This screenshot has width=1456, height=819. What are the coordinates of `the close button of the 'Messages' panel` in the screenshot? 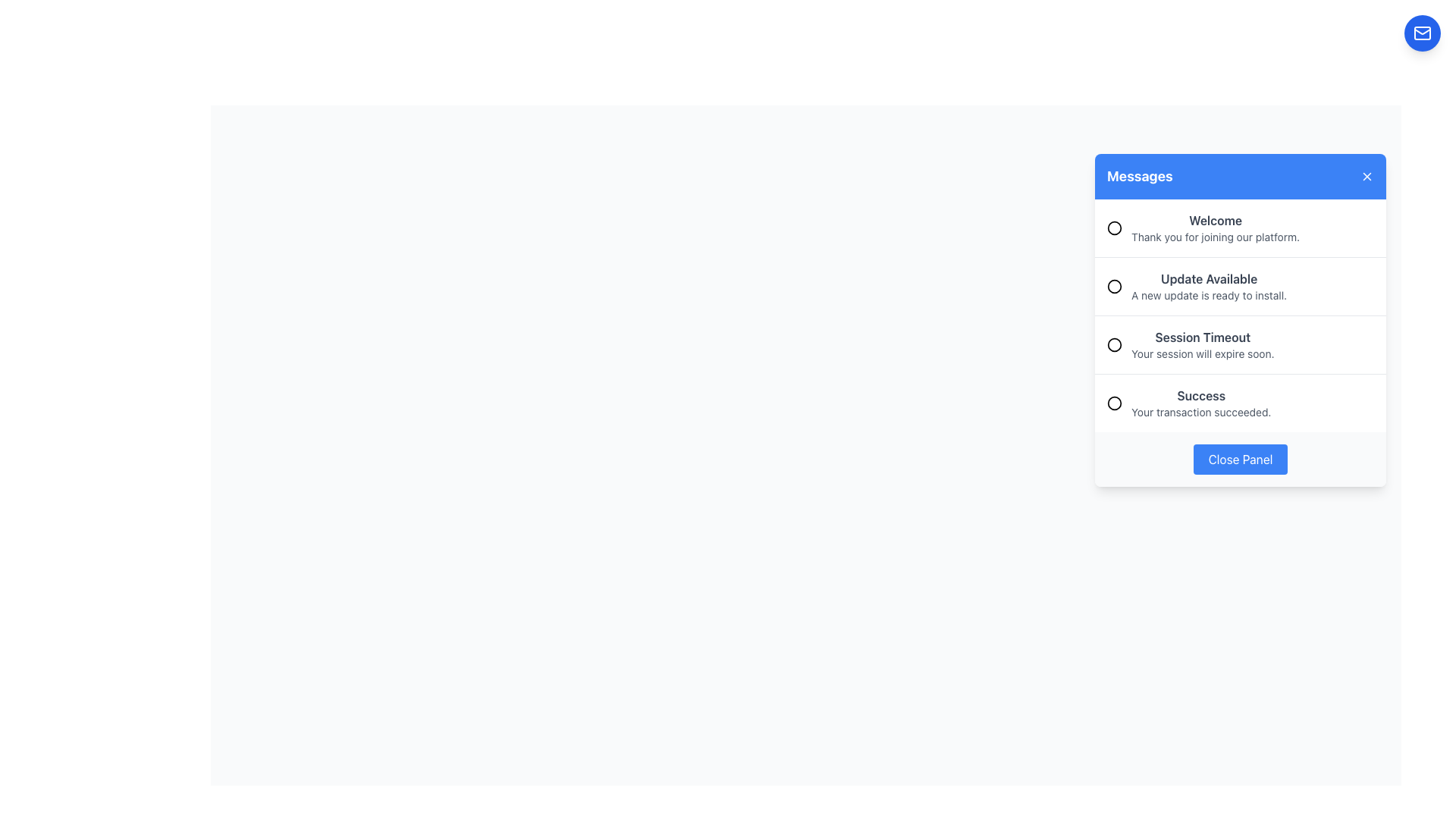 It's located at (1241, 458).